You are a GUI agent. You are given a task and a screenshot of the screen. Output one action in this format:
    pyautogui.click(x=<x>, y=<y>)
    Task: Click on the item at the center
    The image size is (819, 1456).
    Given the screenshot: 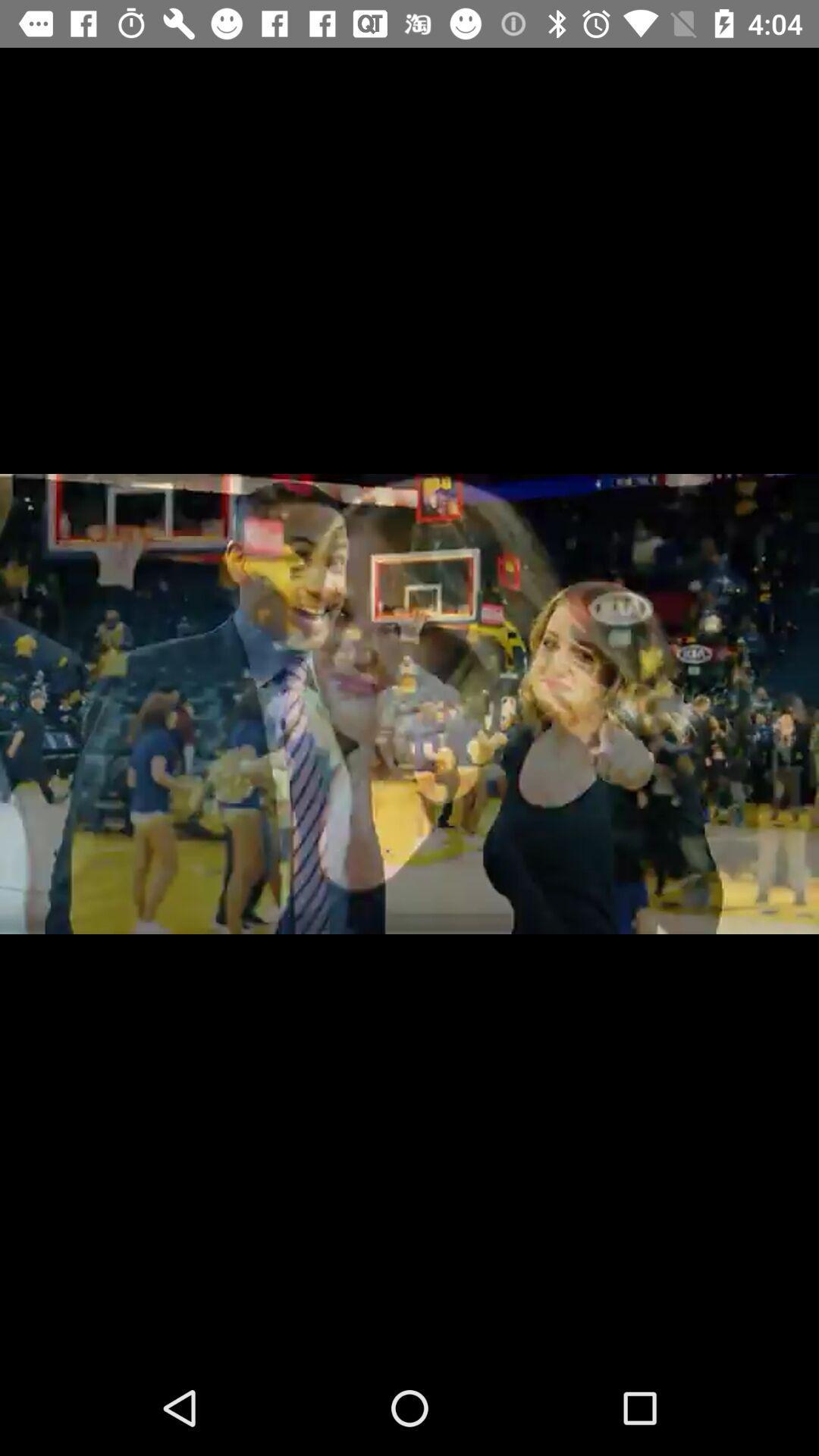 What is the action you would take?
    pyautogui.click(x=409, y=703)
    